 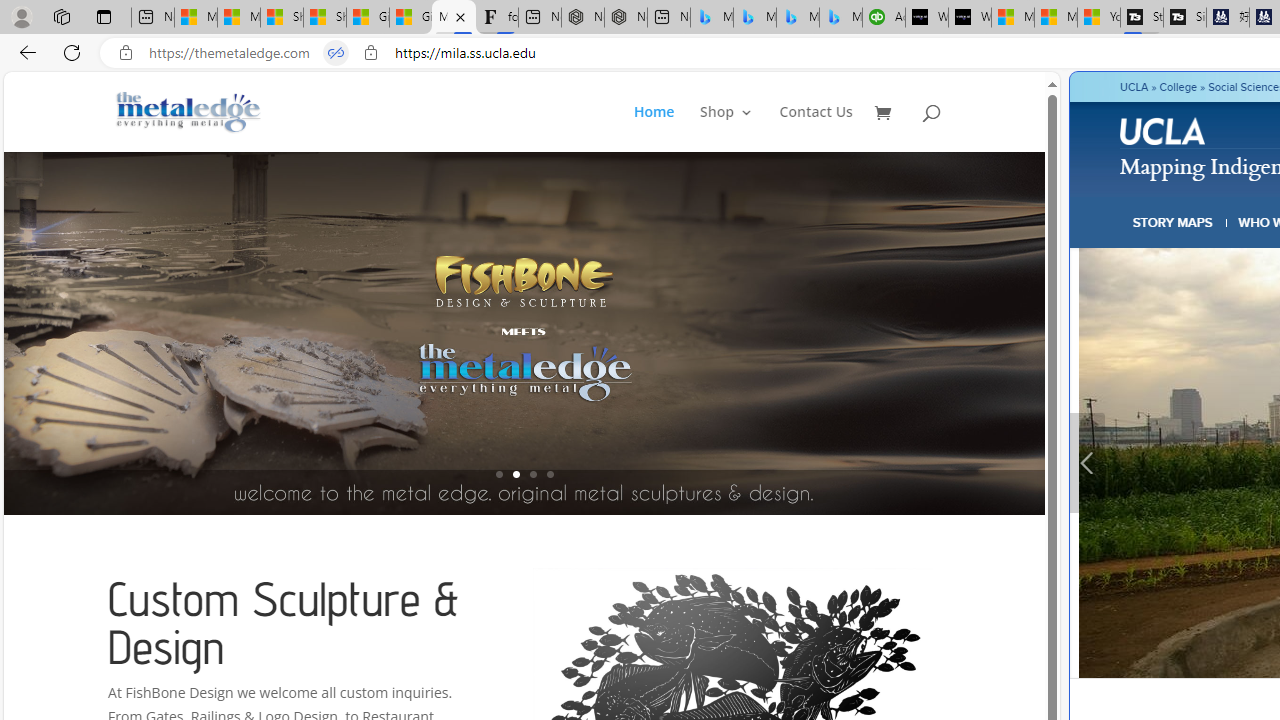 What do you see at coordinates (726, 128) in the screenshot?
I see `'Shop 3'` at bounding box center [726, 128].